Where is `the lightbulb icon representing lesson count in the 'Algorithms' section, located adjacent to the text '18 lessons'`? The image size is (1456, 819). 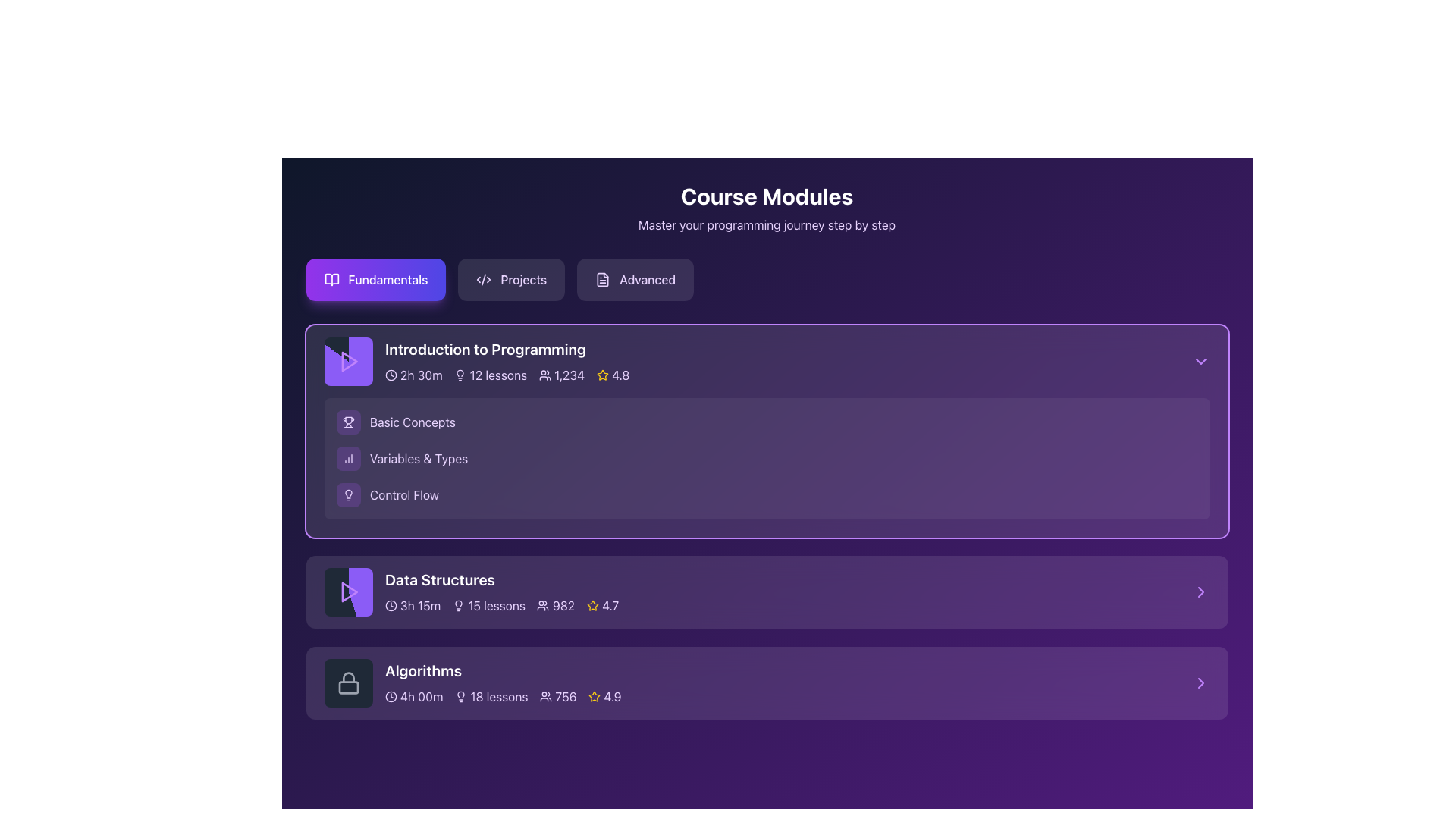 the lightbulb icon representing lesson count in the 'Algorithms' section, located adjacent to the text '18 lessons' is located at coordinates (460, 696).